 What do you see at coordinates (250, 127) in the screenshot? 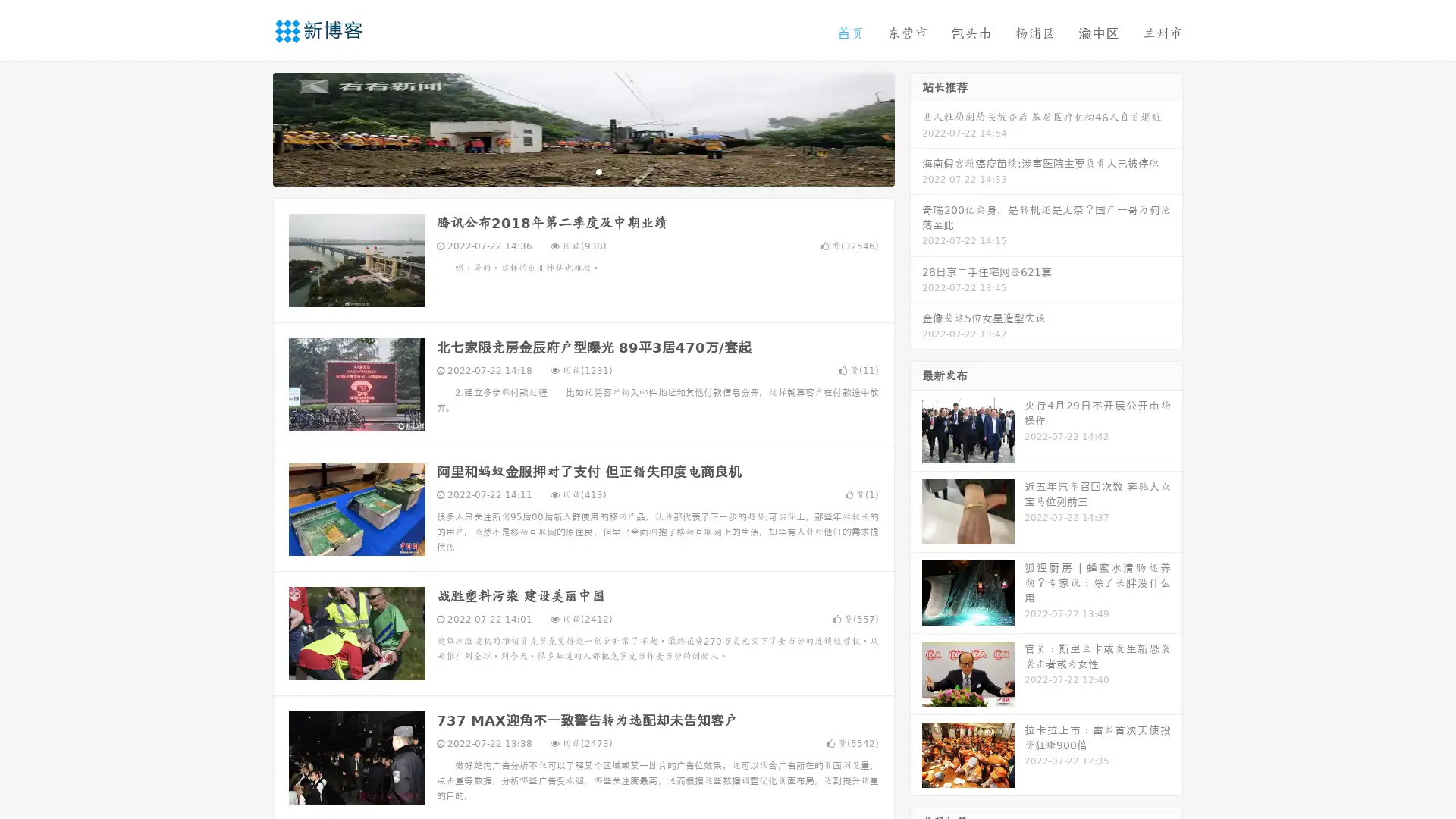
I see `Previous slide` at bounding box center [250, 127].